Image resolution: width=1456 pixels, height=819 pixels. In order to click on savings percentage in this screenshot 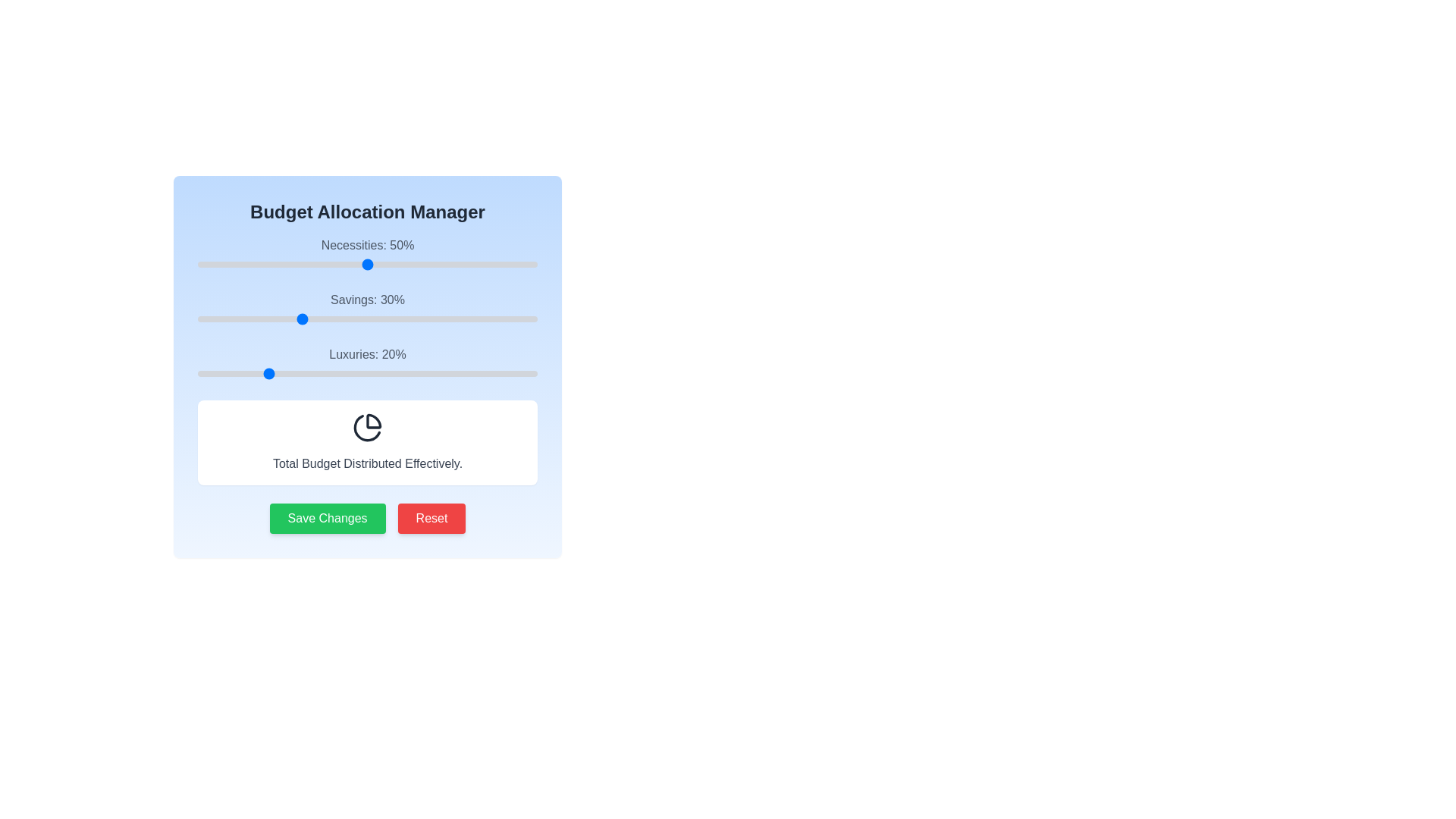, I will do `click(384, 318)`.